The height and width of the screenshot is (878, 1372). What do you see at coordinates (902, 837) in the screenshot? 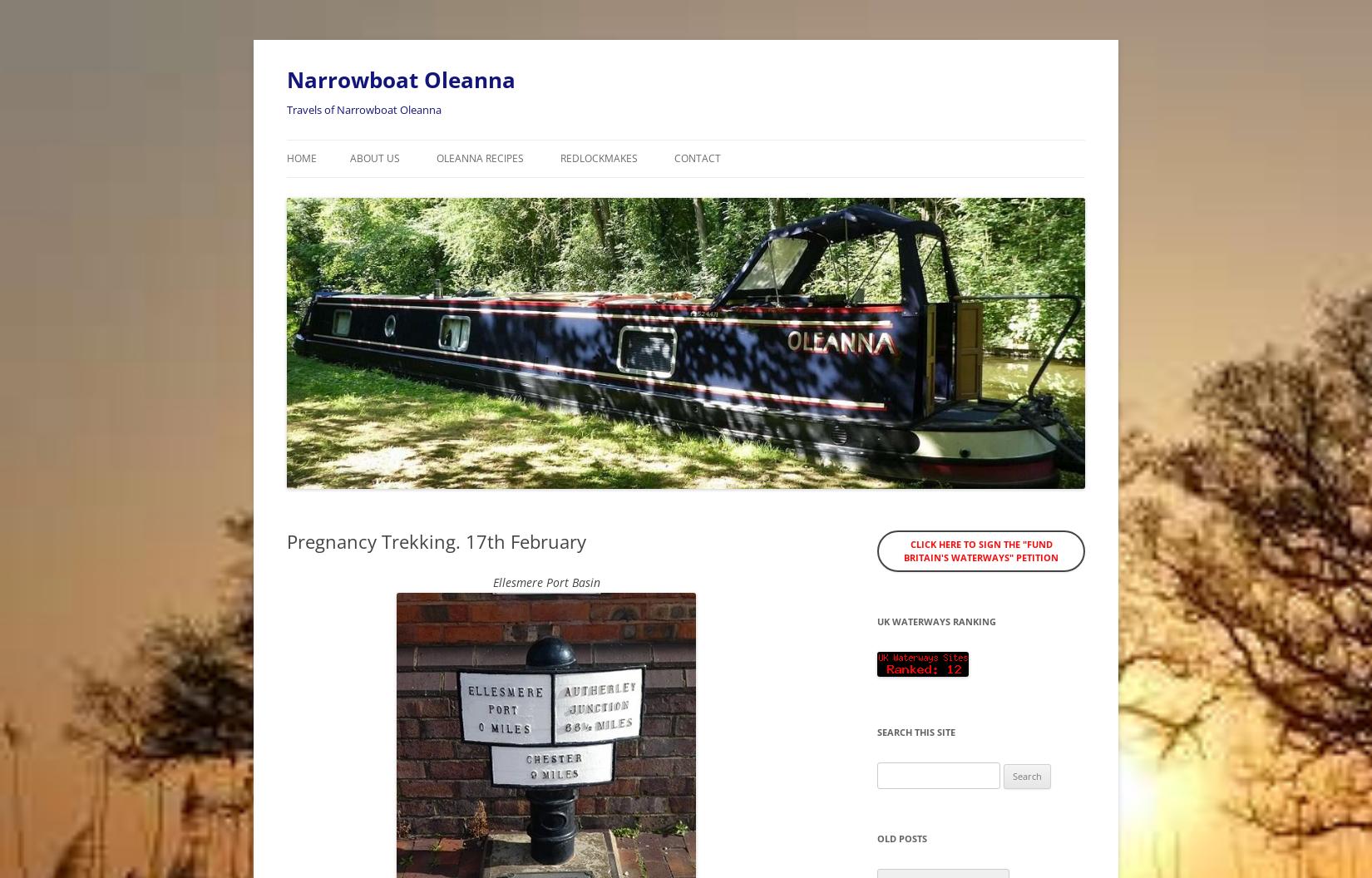
I see `'Old posts'` at bounding box center [902, 837].